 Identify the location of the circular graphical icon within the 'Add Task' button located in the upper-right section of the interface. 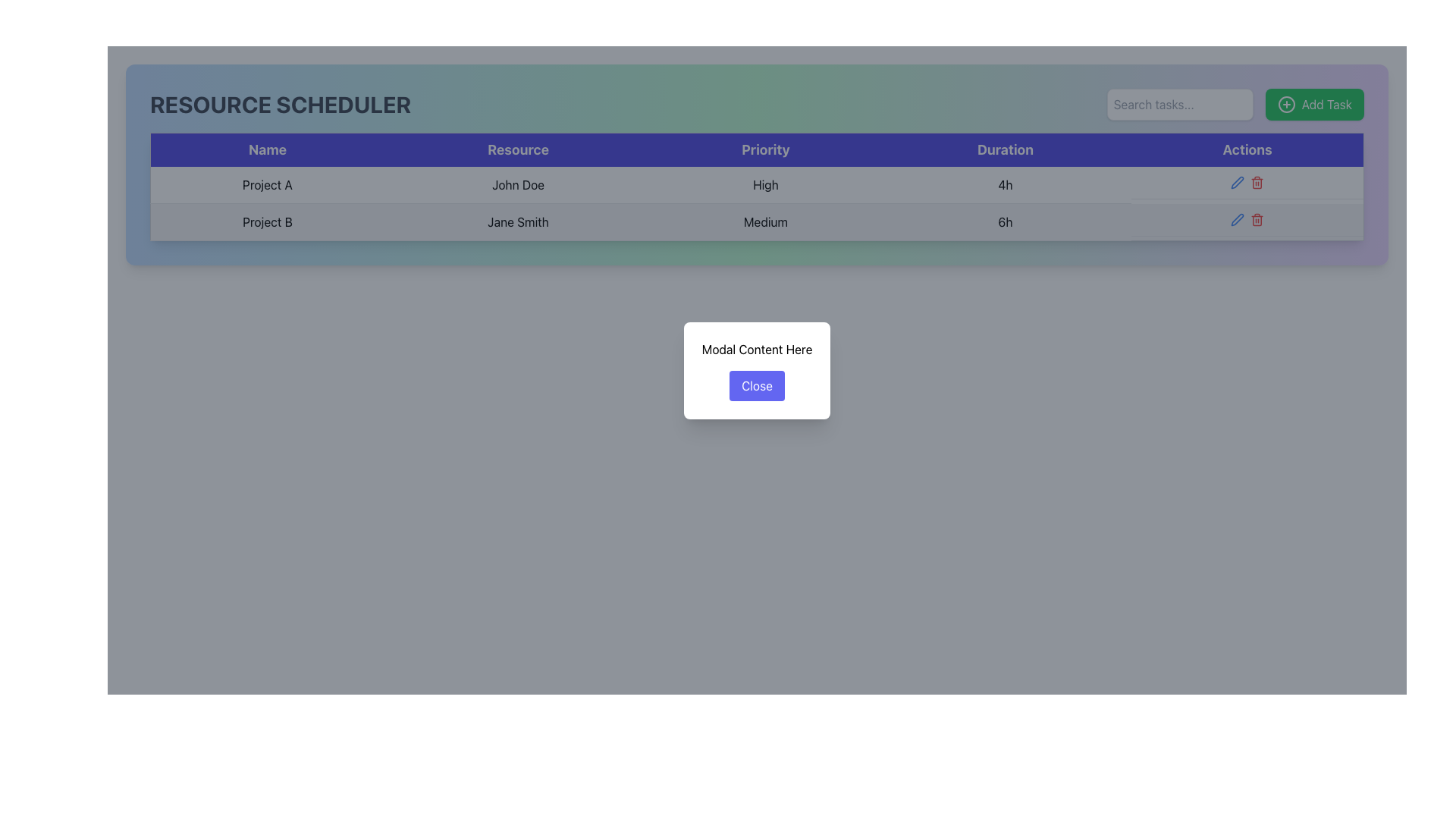
(1285, 104).